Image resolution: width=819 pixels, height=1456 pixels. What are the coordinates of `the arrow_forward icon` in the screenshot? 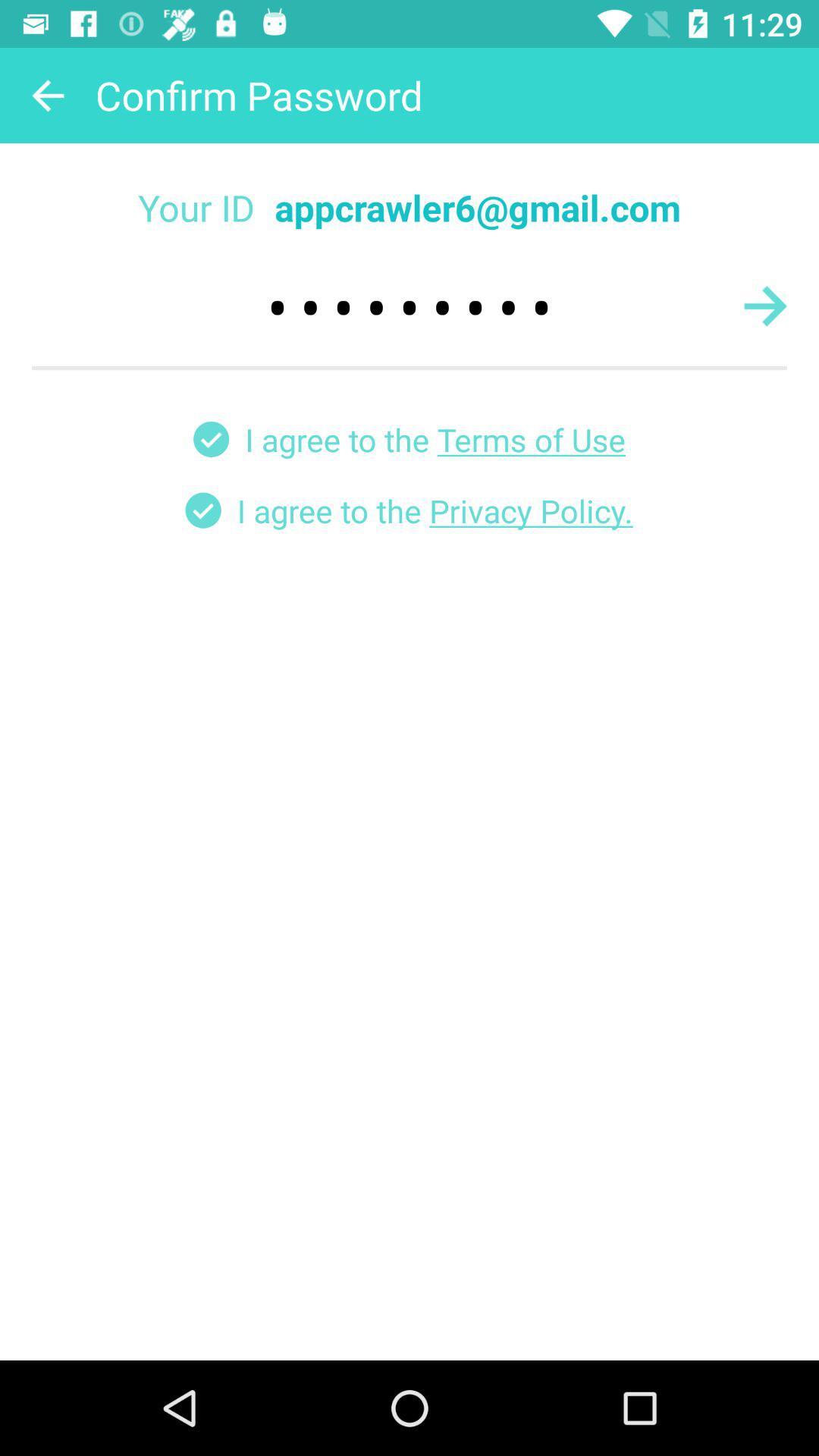 It's located at (765, 305).